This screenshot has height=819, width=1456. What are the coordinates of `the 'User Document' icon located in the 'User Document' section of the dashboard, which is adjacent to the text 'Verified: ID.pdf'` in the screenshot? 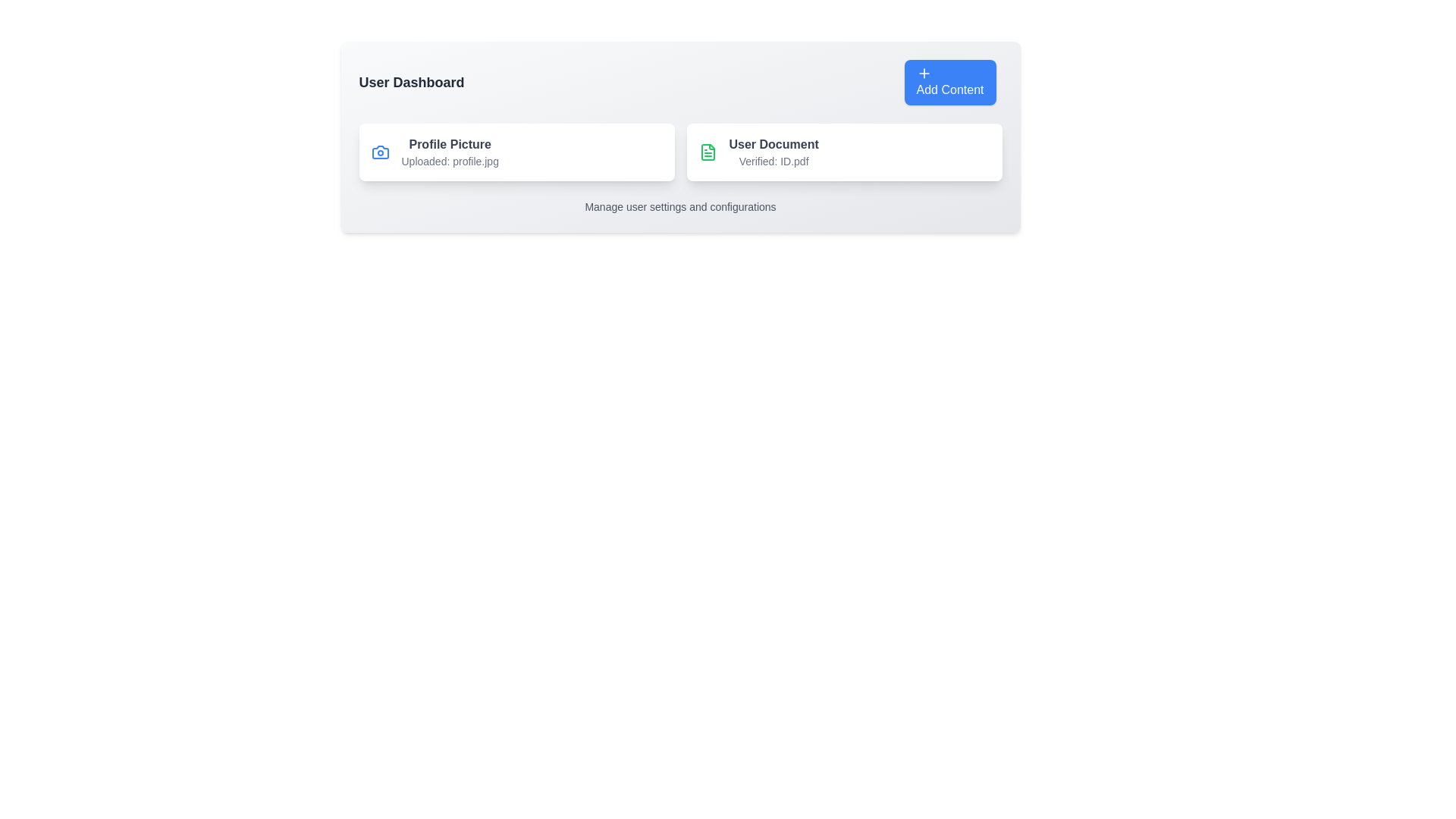 It's located at (707, 152).